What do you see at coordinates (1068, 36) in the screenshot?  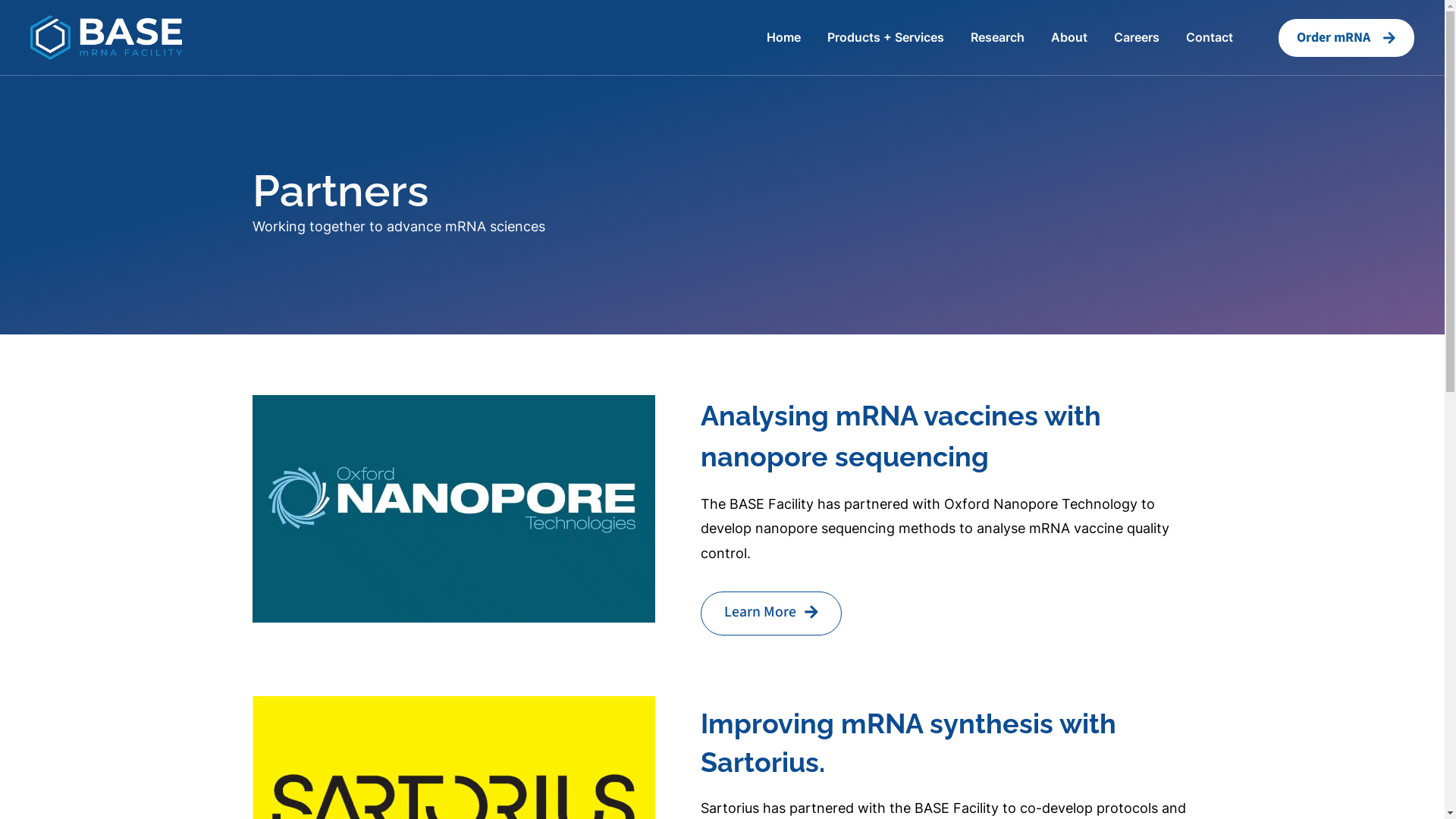 I see `'About'` at bounding box center [1068, 36].